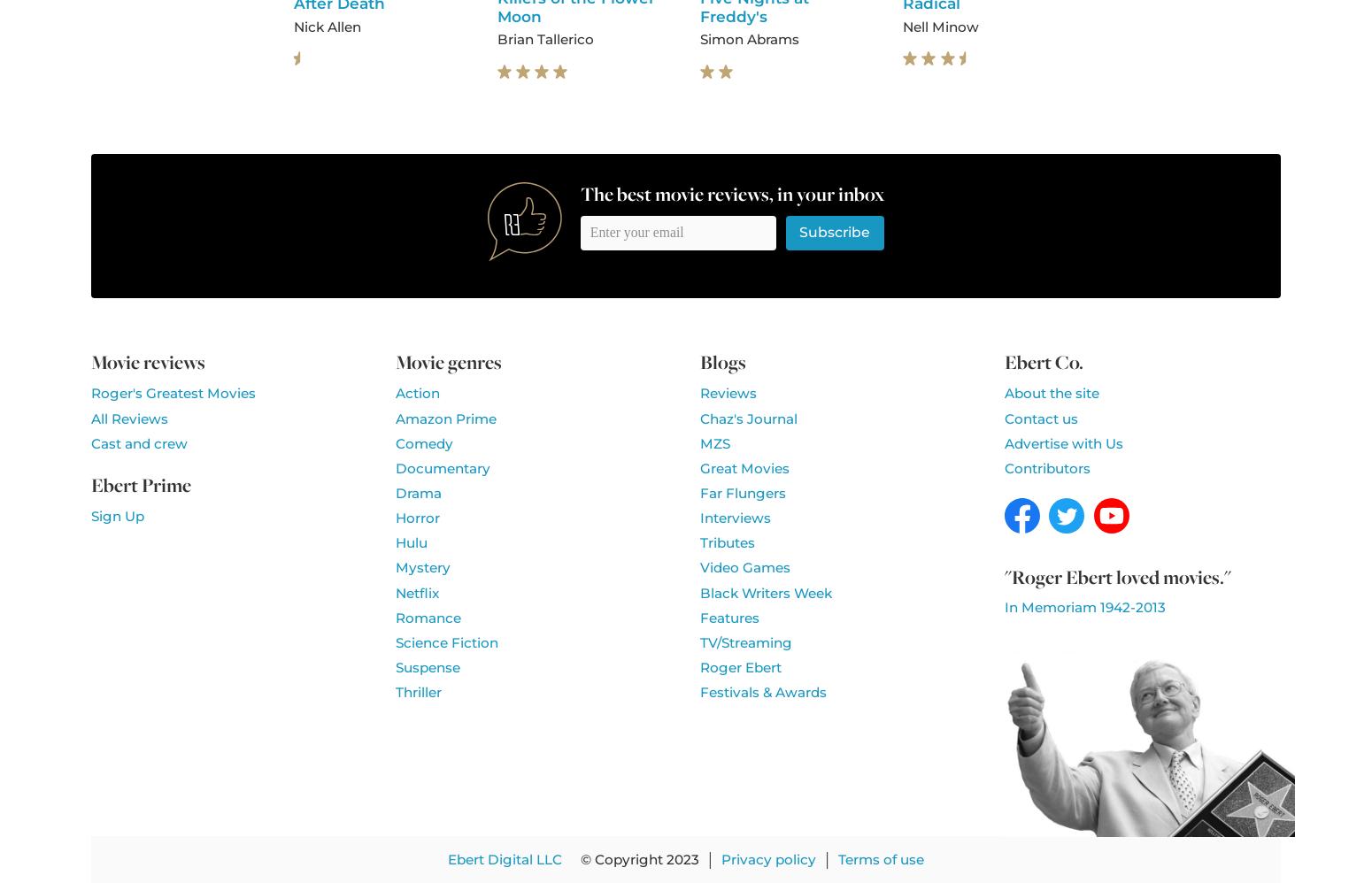  What do you see at coordinates (147, 361) in the screenshot?
I see `'Movie reviews'` at bounding box center [147, 361].